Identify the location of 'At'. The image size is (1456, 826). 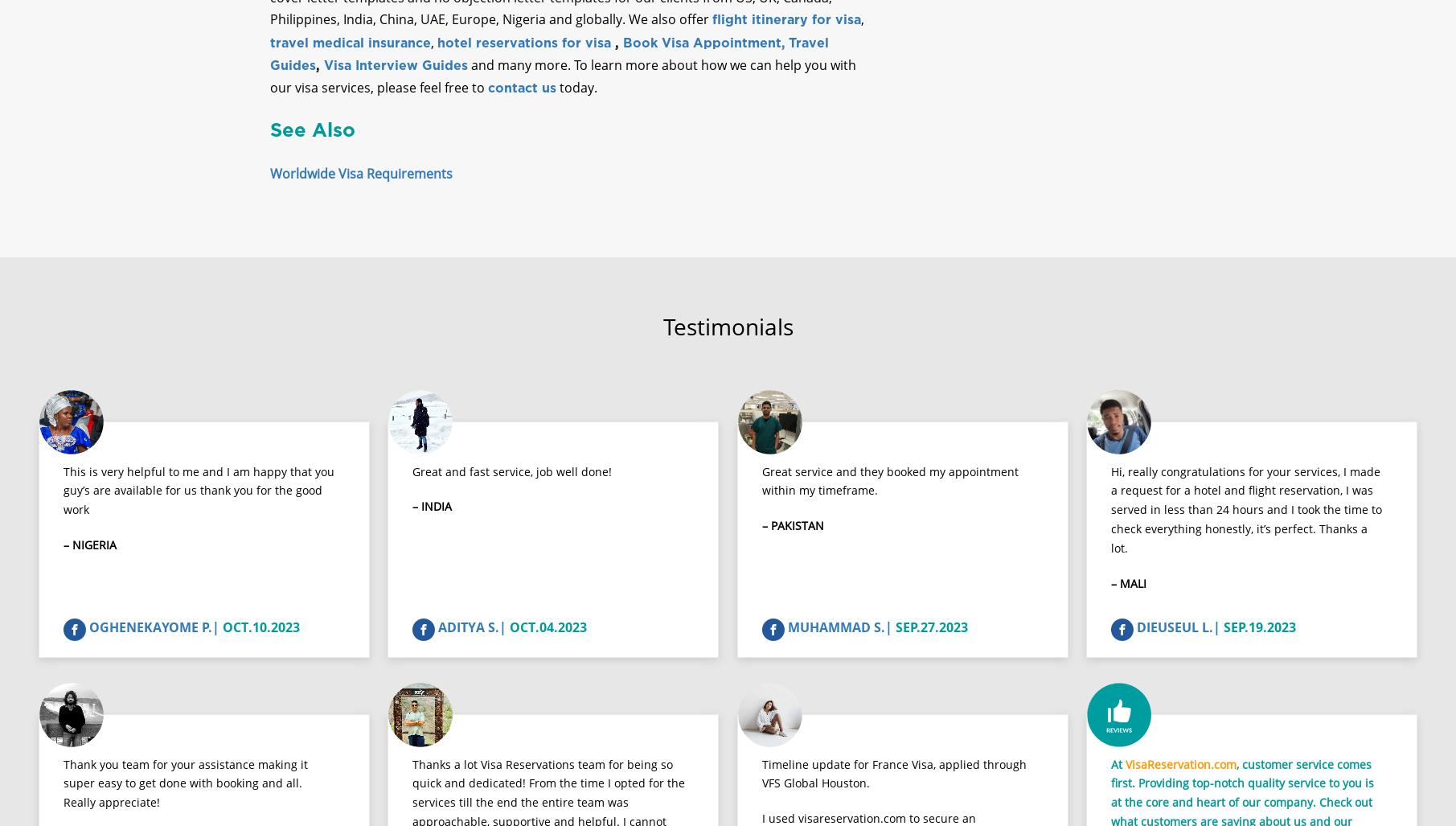
(1109, 777).